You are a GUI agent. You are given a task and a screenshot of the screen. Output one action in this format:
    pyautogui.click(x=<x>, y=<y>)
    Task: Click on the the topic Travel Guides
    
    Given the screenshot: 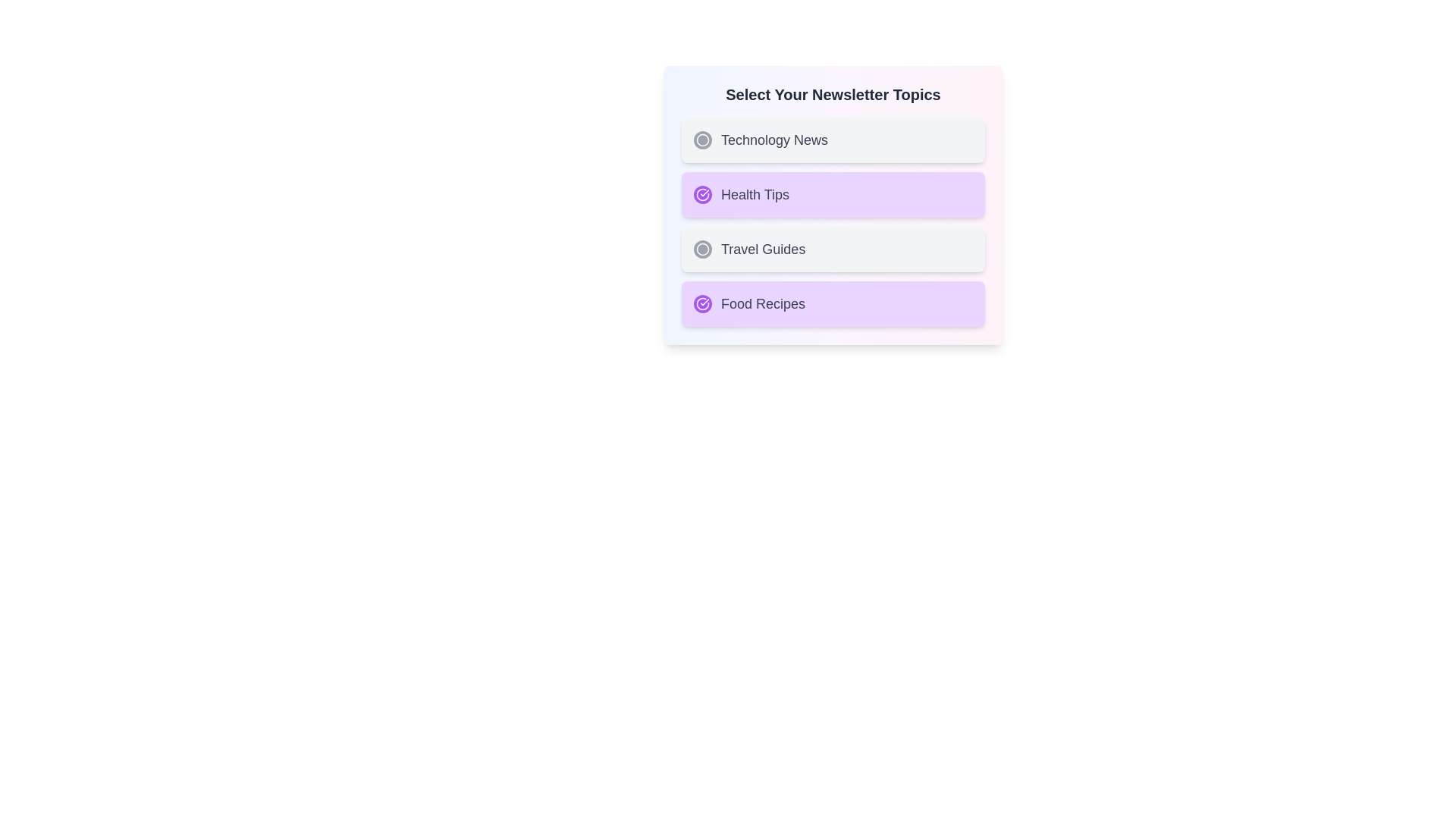 What is the action you would take?
    pyautogui.click(x=833, y=248)
    